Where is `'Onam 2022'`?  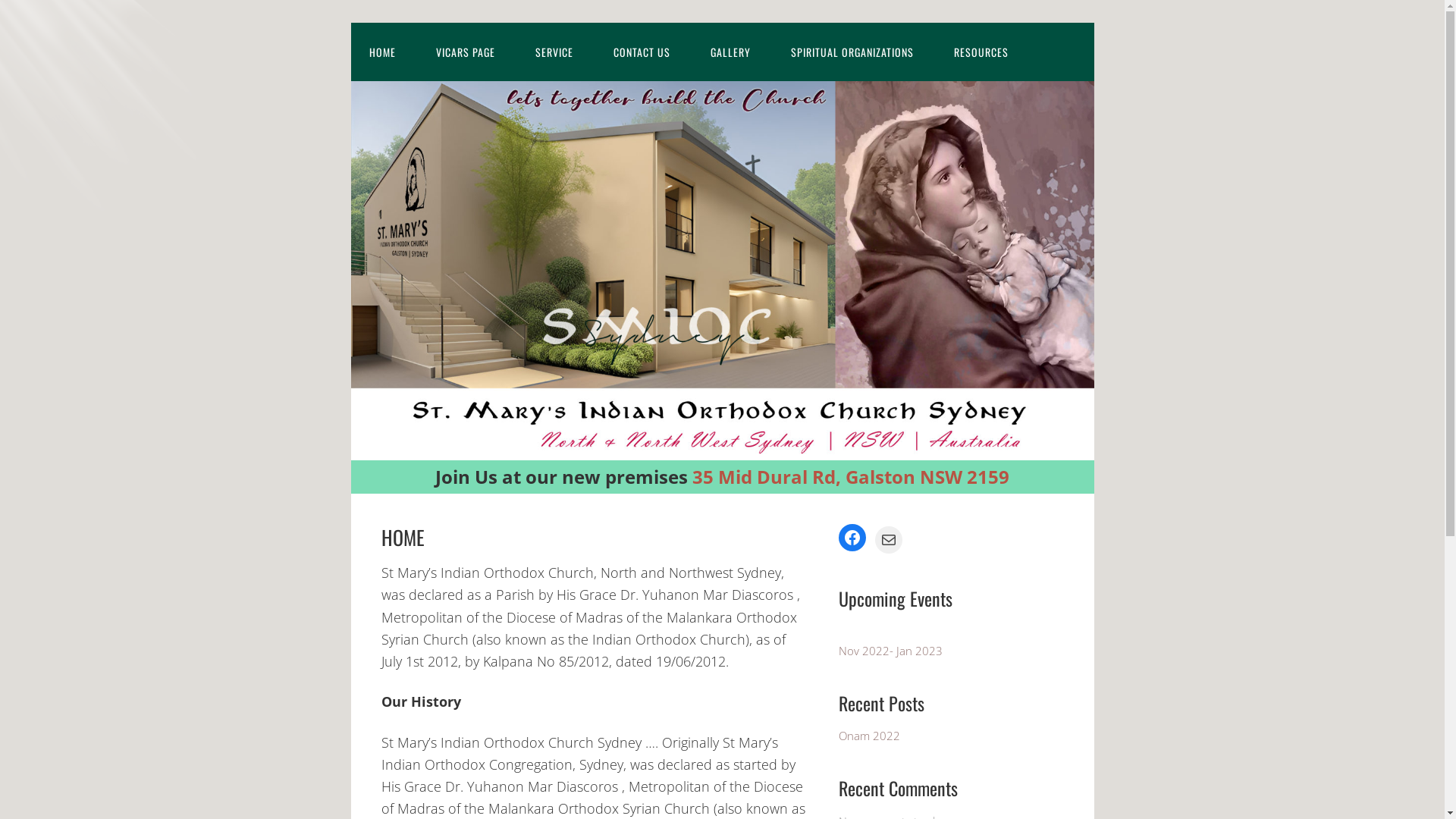 'Onam 2022' is located at coordinates (869, 734).